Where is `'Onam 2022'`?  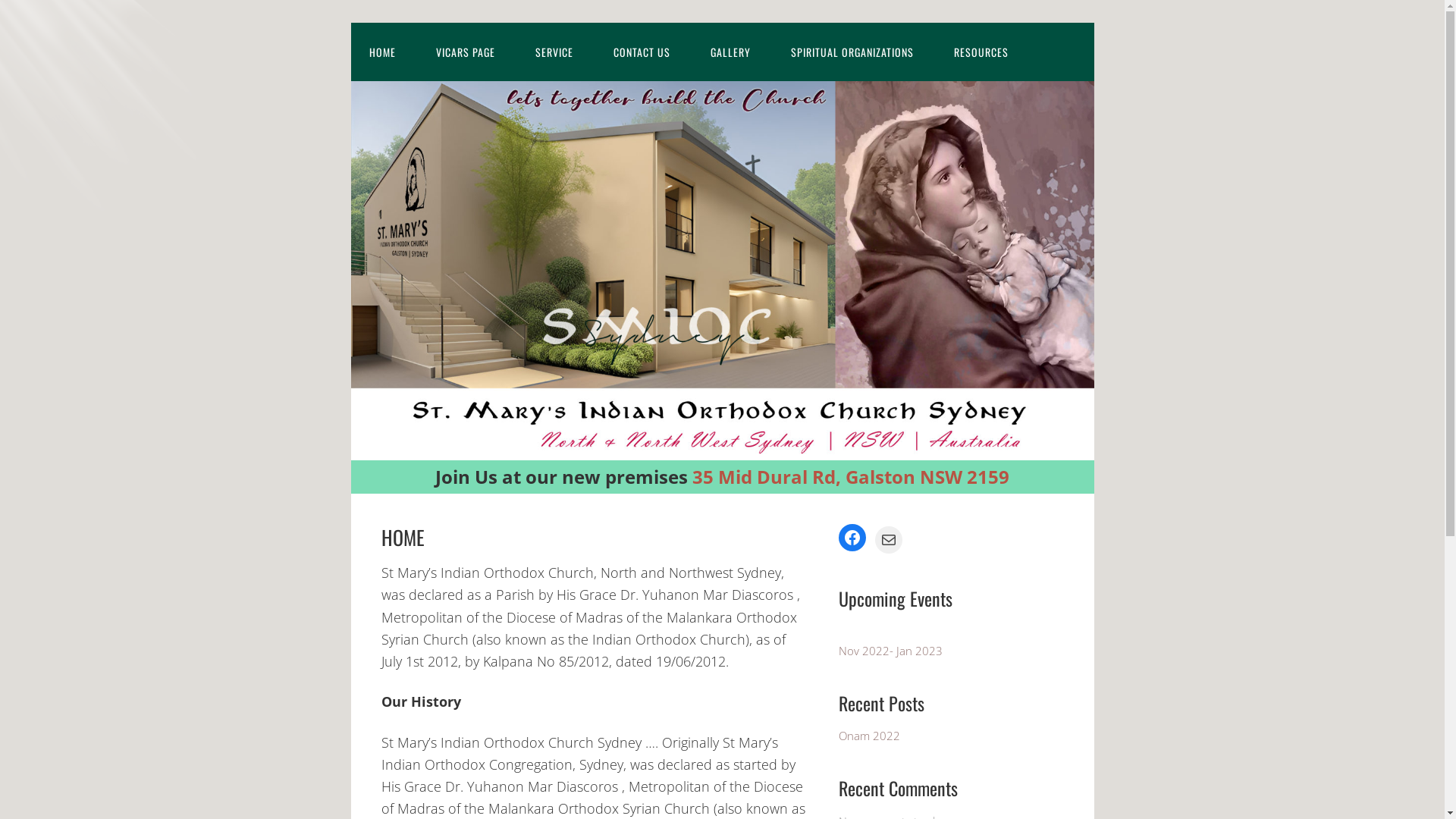 'Onam 2022' is located at coordinates (869, 734).